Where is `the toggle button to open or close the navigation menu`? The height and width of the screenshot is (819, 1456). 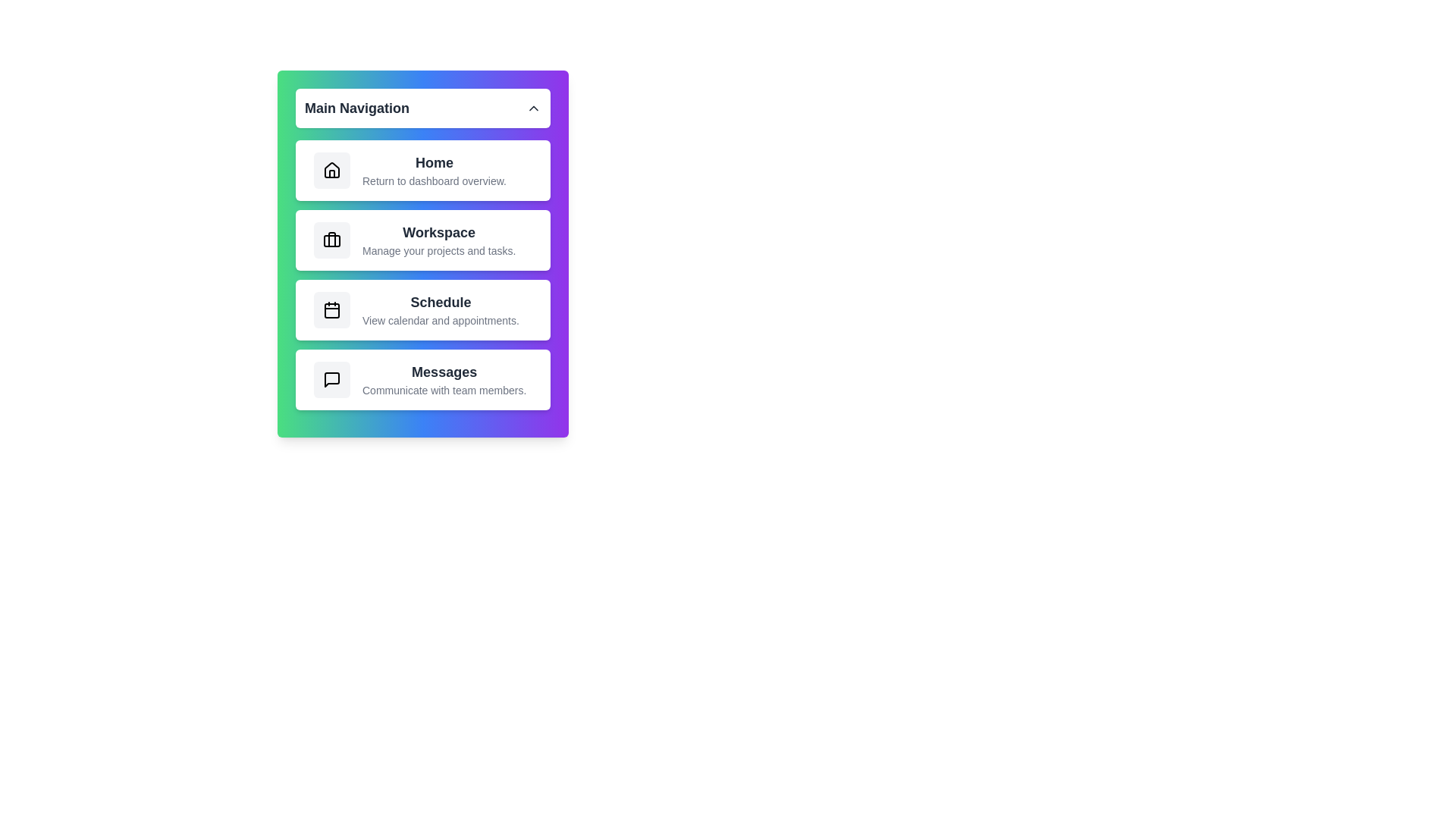
the toggle button to open or close the navigation menu is located at coordinates (422, 107).